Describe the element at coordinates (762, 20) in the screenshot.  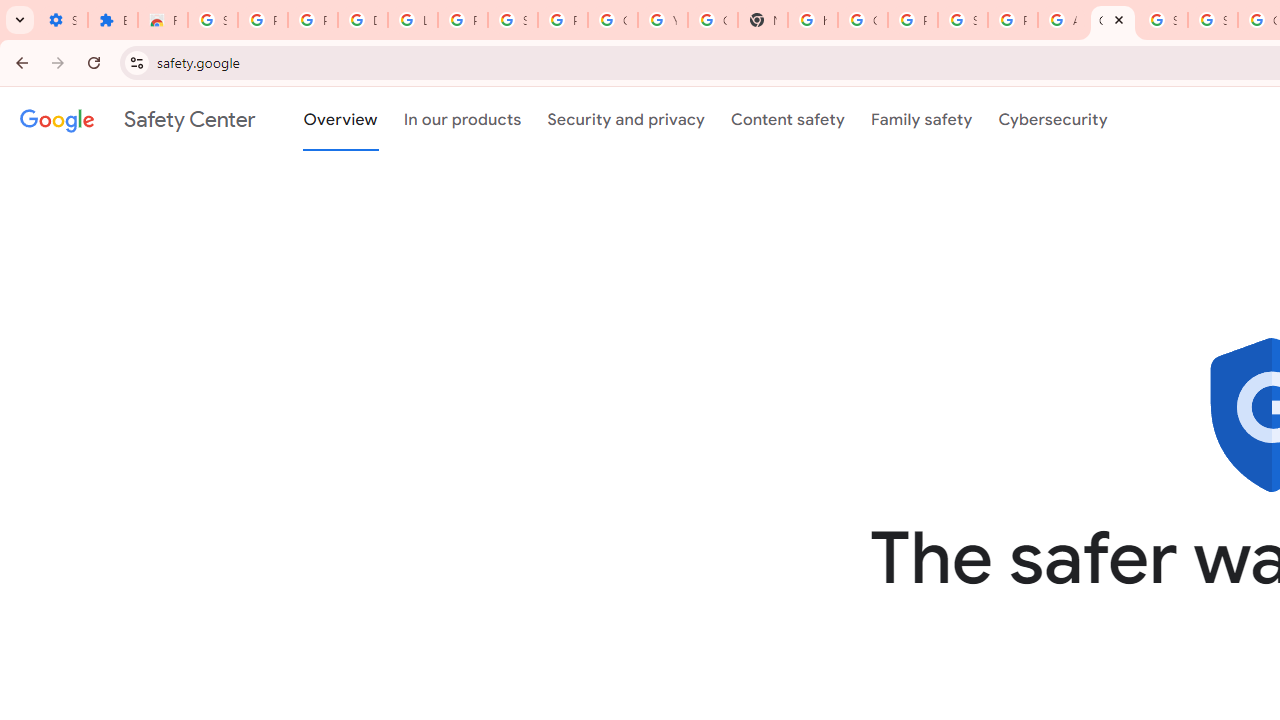
I see `'New Tab'` at that location.